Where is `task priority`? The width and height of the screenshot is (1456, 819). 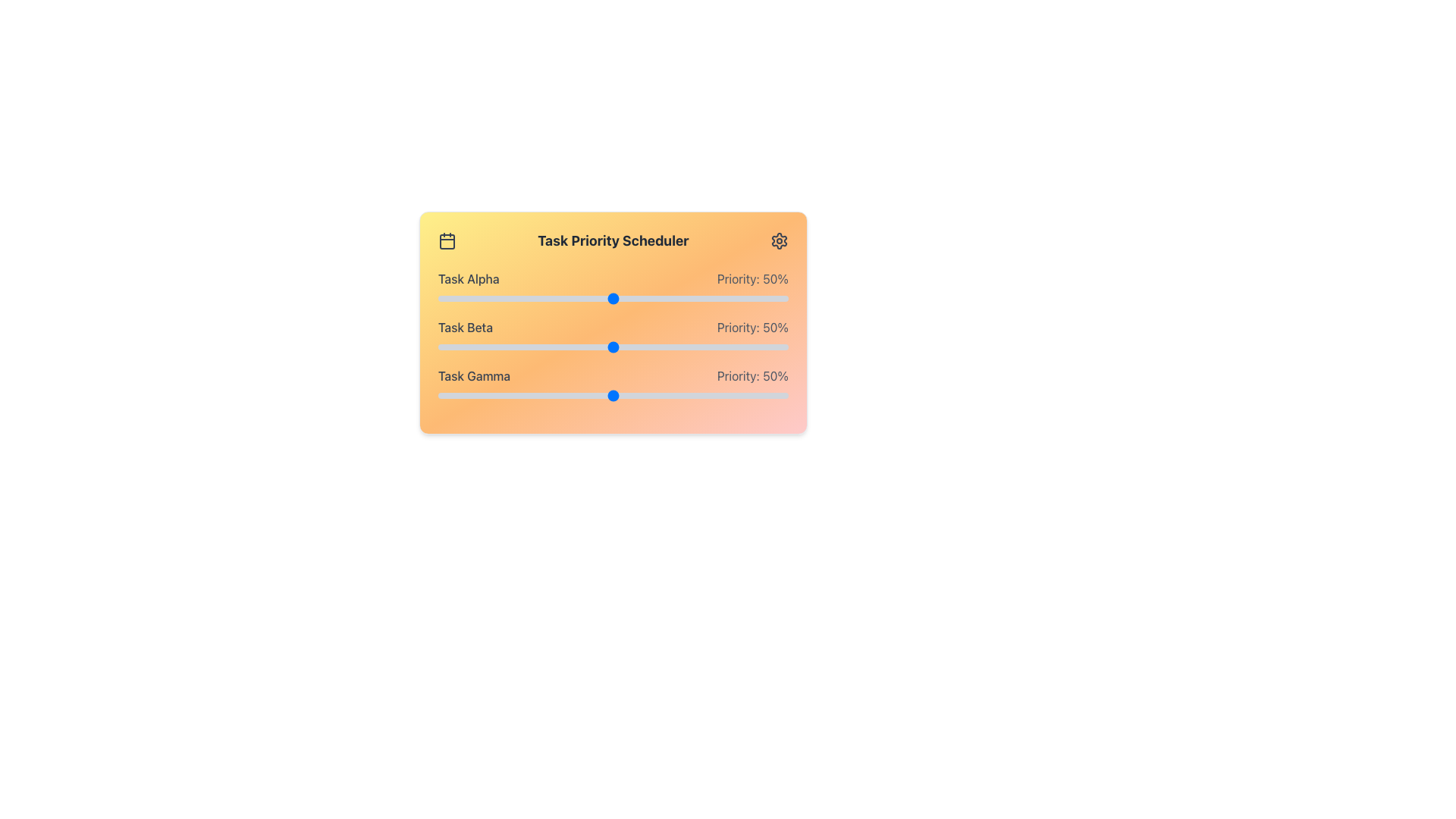 task priority is located at coordinates (536, 298).